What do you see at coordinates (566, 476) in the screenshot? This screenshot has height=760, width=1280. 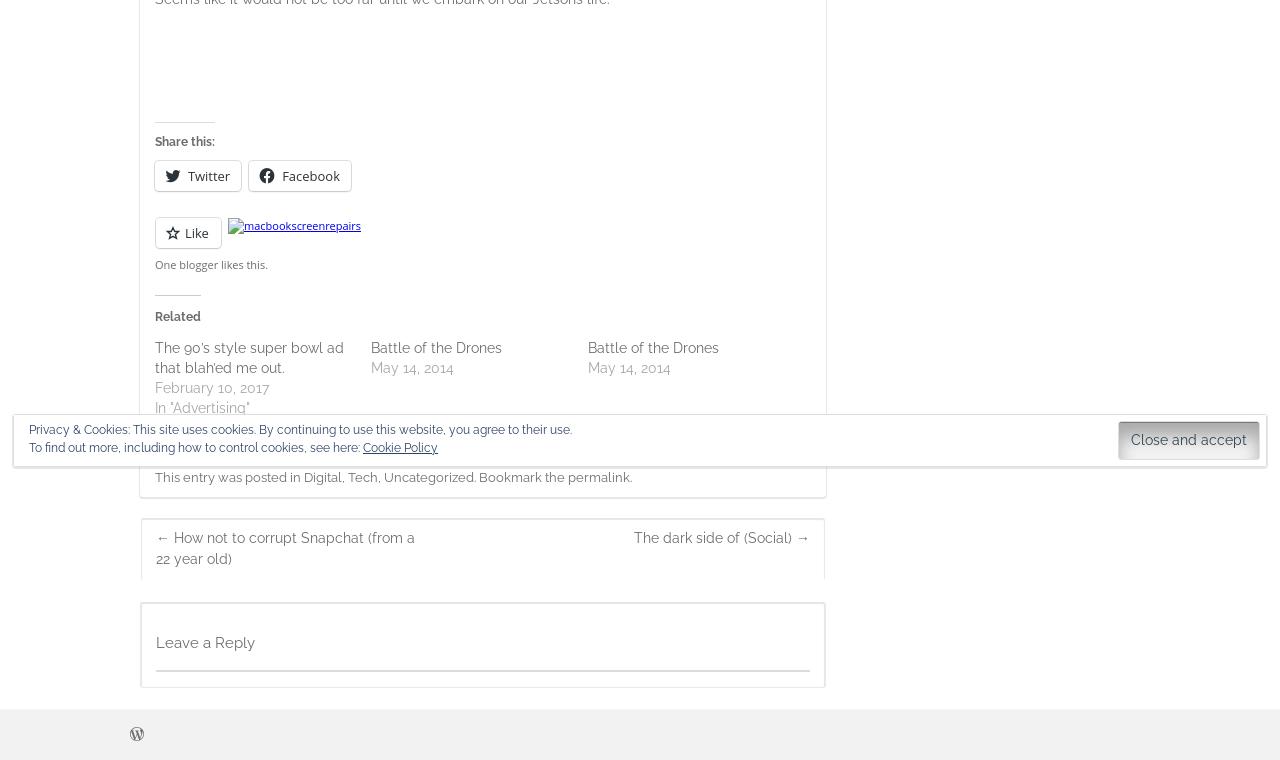 I see `'permalink'` at bounding box center [566, 476].